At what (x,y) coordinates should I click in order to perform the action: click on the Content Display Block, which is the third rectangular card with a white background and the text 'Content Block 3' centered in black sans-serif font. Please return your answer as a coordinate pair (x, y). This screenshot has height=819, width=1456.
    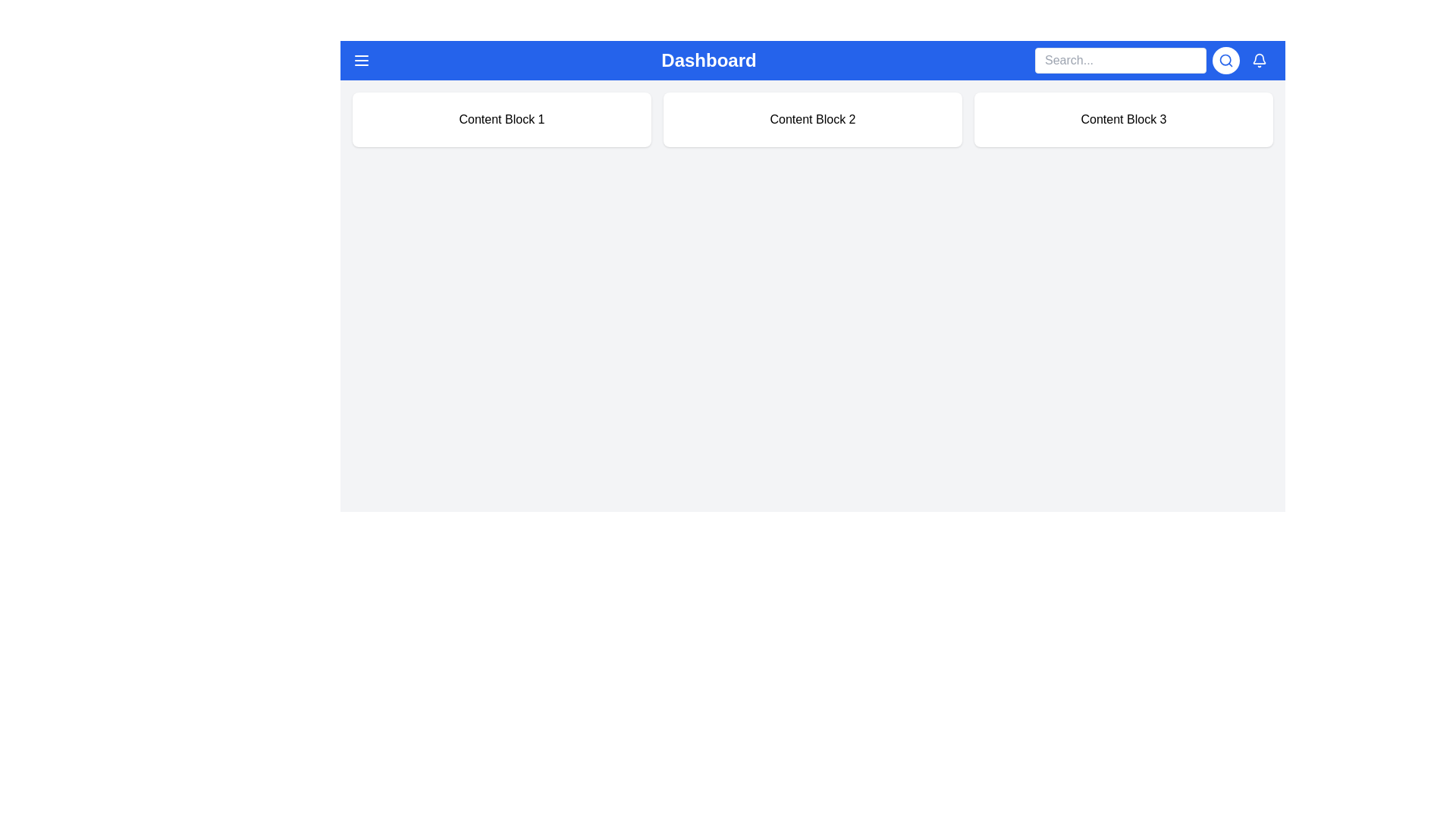
    Looking at the image, I should click on (1124, 119).